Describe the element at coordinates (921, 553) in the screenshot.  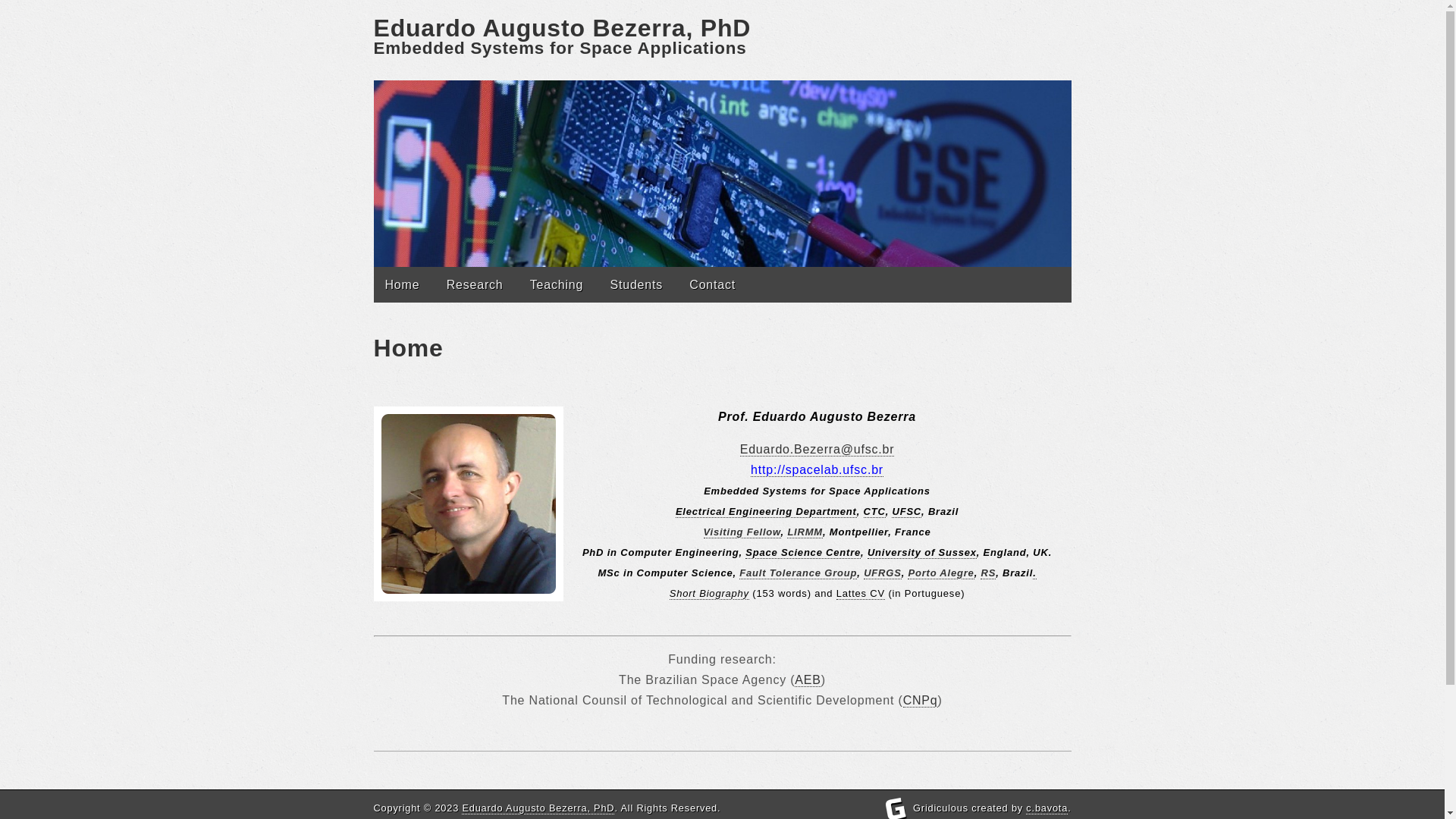
I see `'University of Sussex'` at that location.